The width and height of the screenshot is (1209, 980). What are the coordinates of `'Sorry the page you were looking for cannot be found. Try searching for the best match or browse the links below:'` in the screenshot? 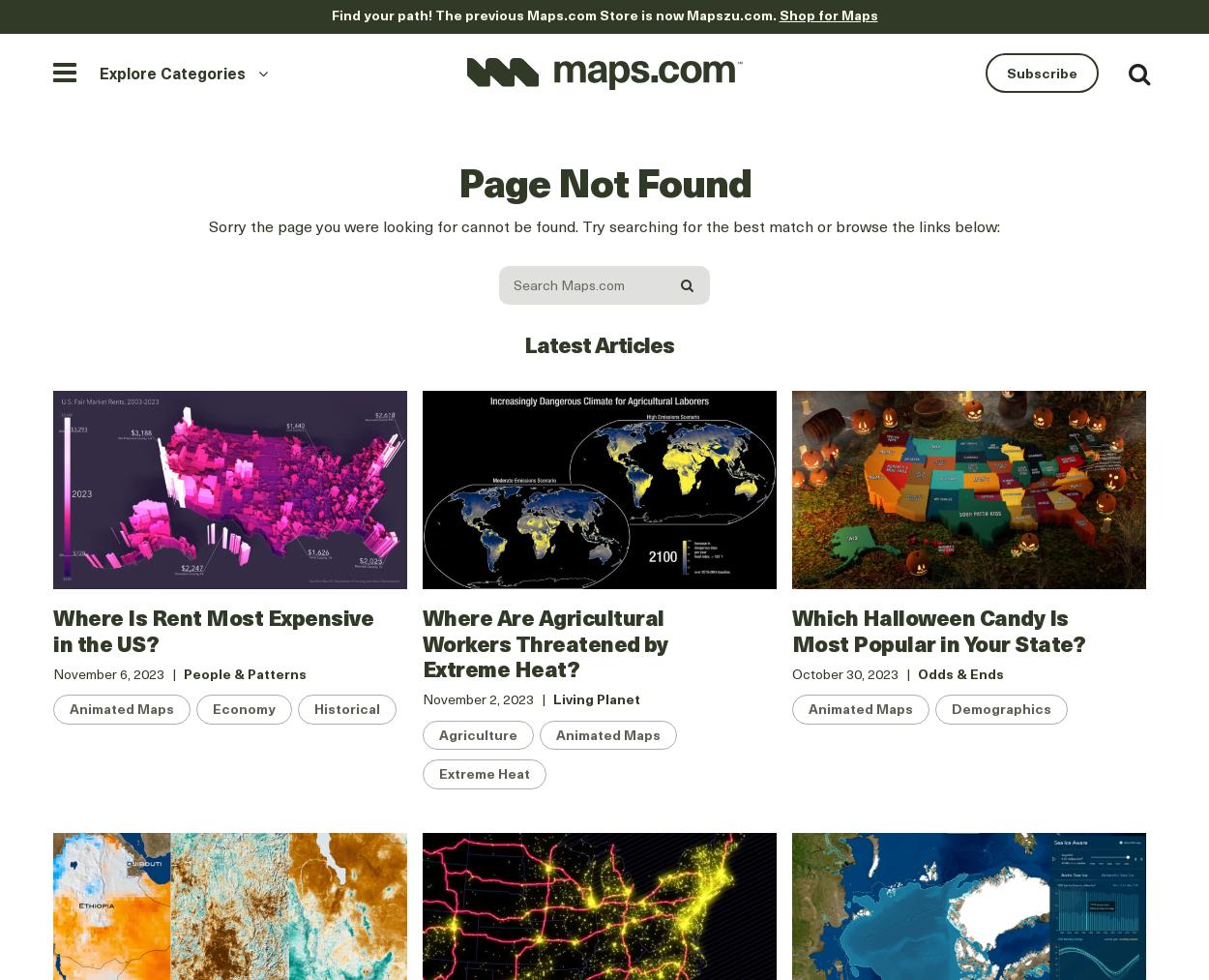 It's located at (604, 223).